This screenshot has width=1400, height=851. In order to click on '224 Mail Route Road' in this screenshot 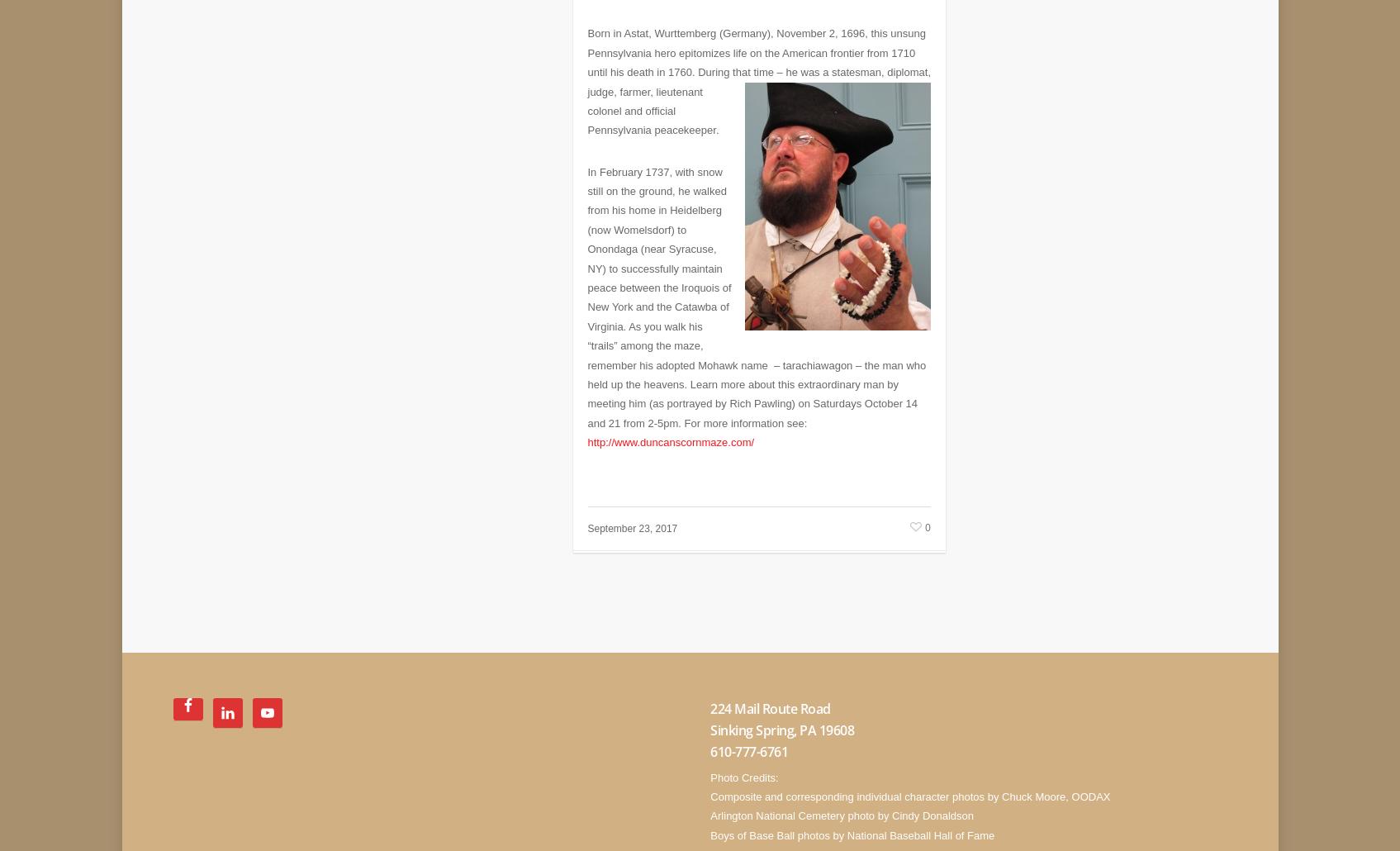, I will do `click(770, 695)`.